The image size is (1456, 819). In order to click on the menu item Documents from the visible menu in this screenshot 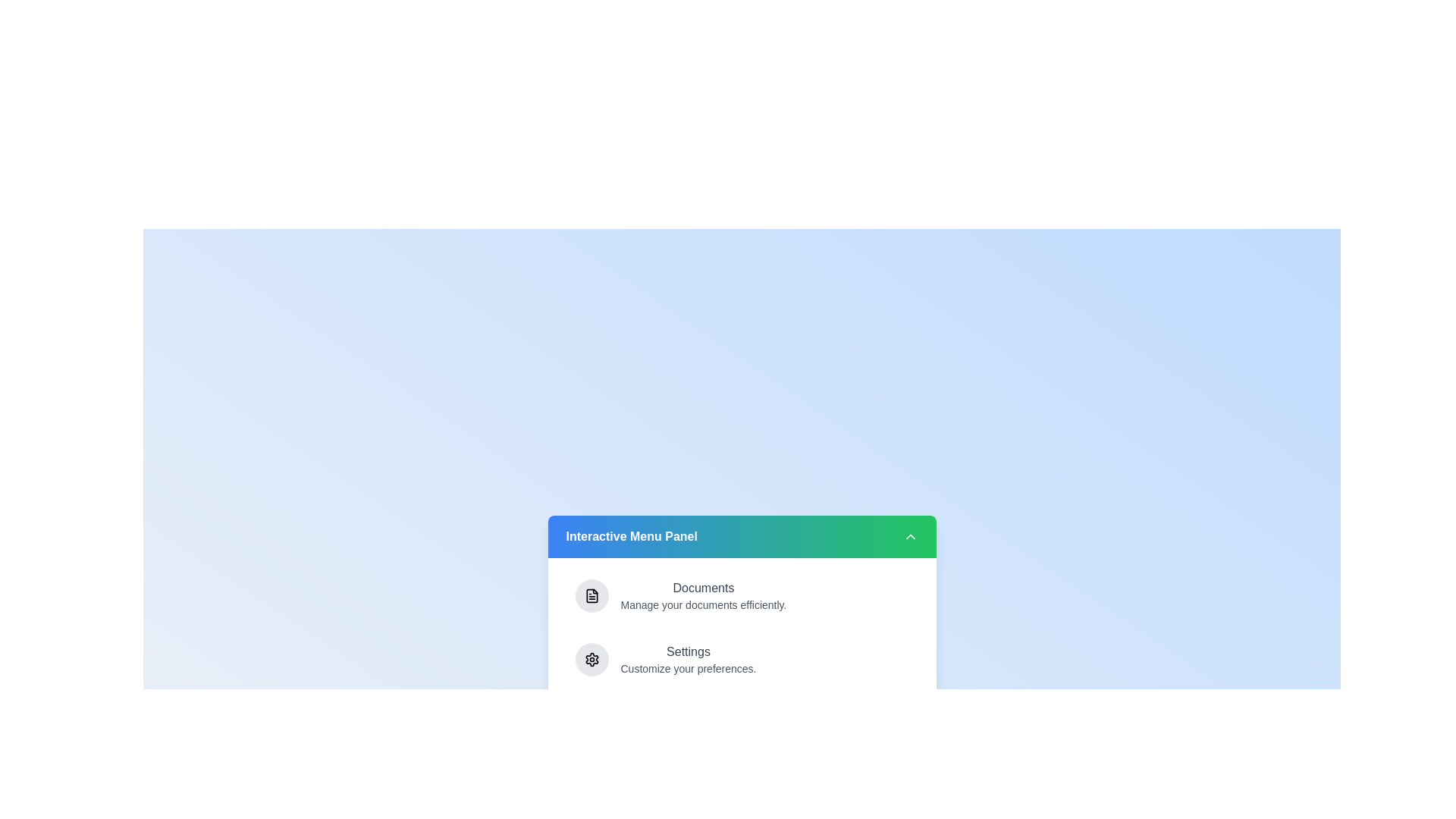, I will do `click(742, 595)`.